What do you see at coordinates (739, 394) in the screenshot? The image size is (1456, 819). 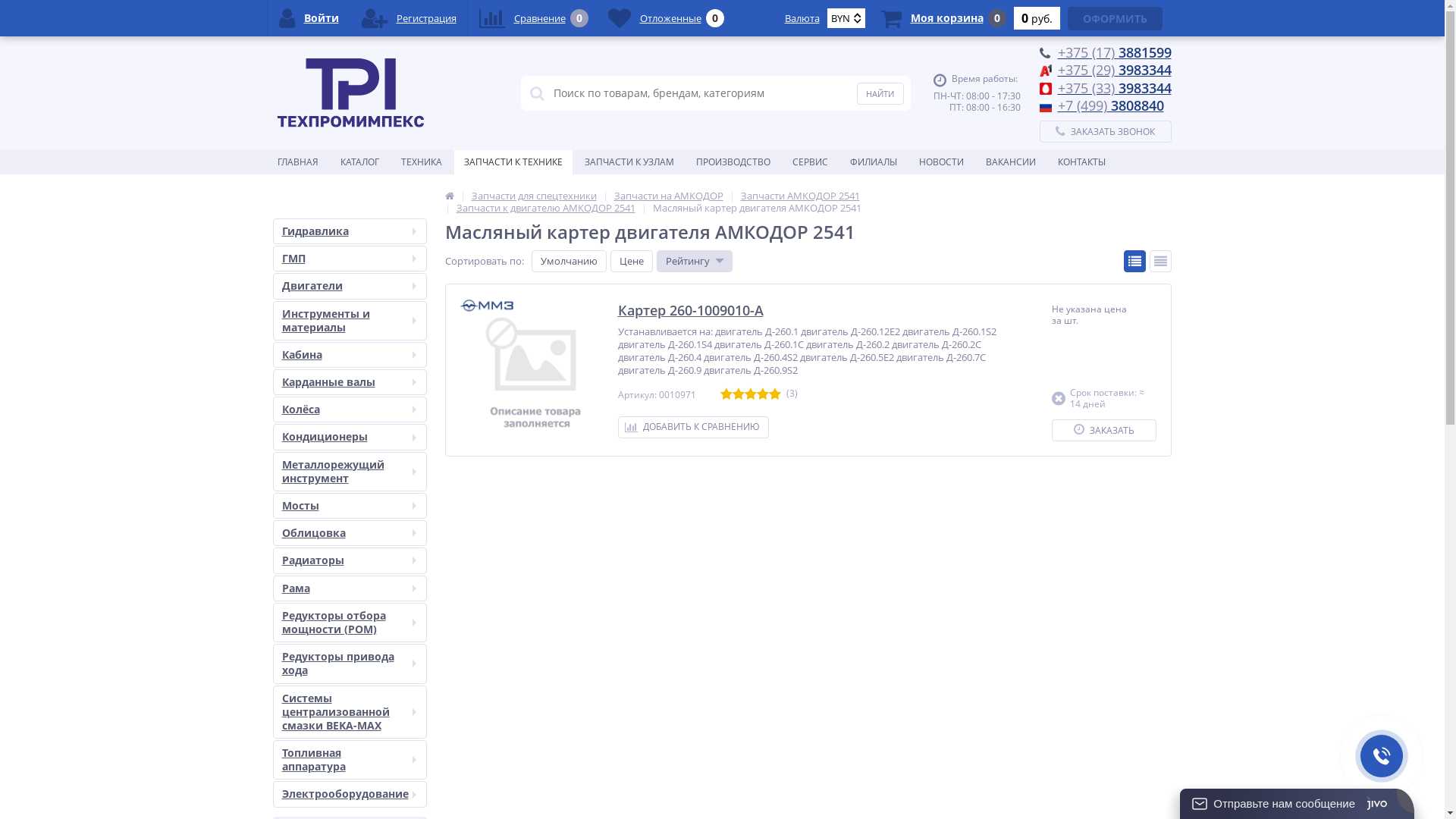 I see `'2'` at bounding box center [739, 394].